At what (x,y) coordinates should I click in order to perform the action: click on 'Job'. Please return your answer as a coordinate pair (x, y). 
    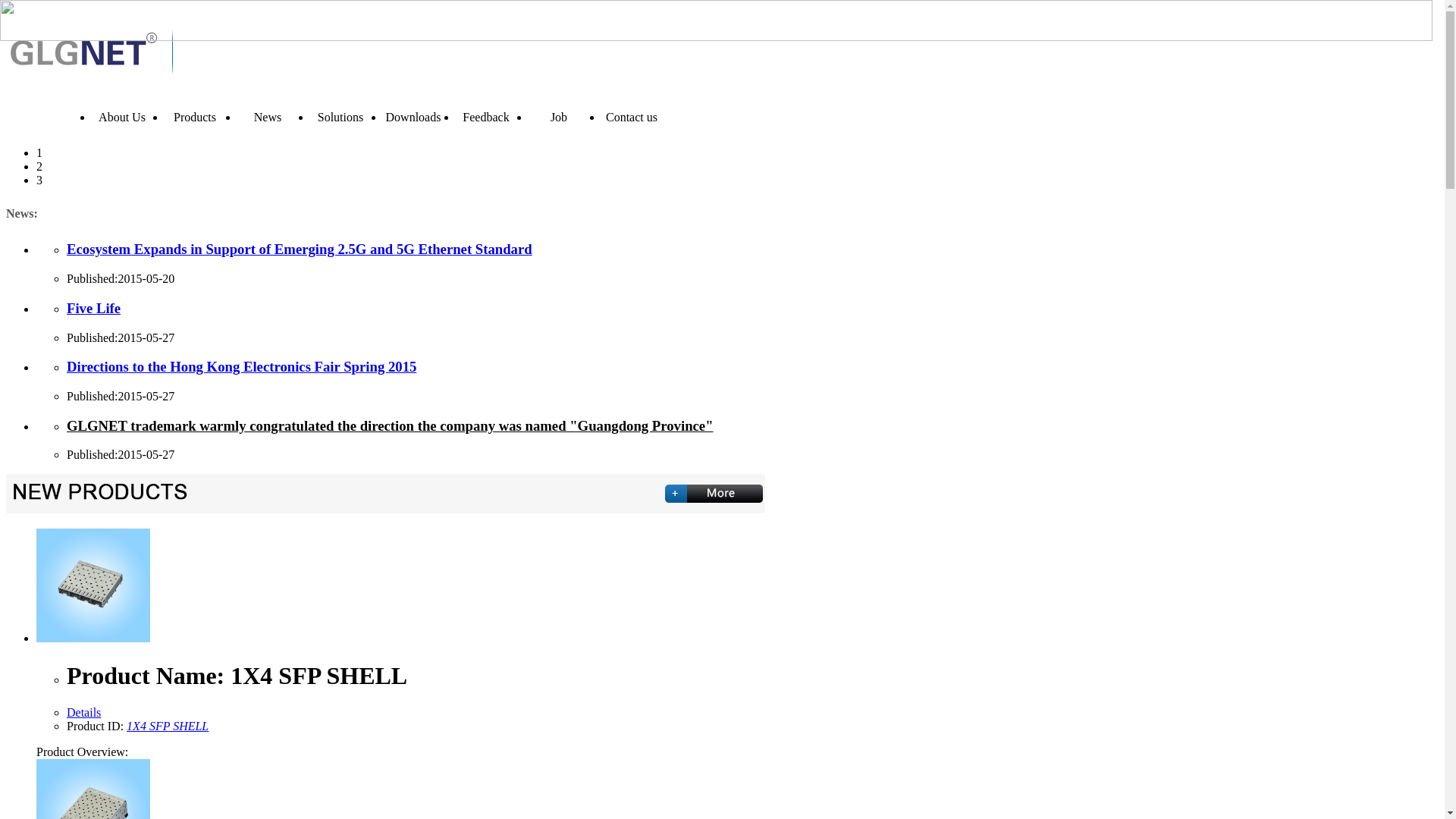
    Looking at the image, I should click on (558, 116).